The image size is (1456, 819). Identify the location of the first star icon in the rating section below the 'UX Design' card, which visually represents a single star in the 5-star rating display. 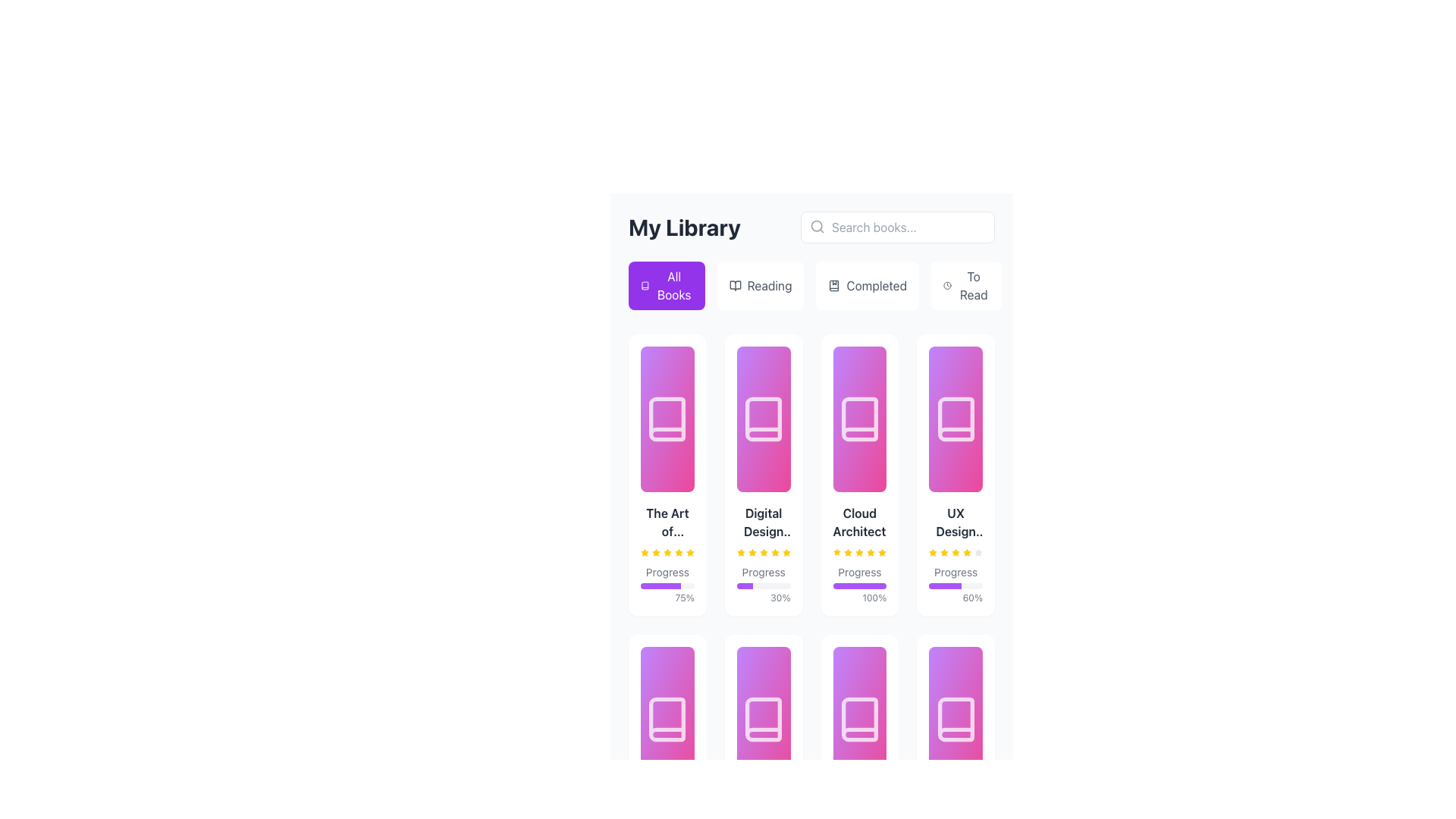
(932, 553).